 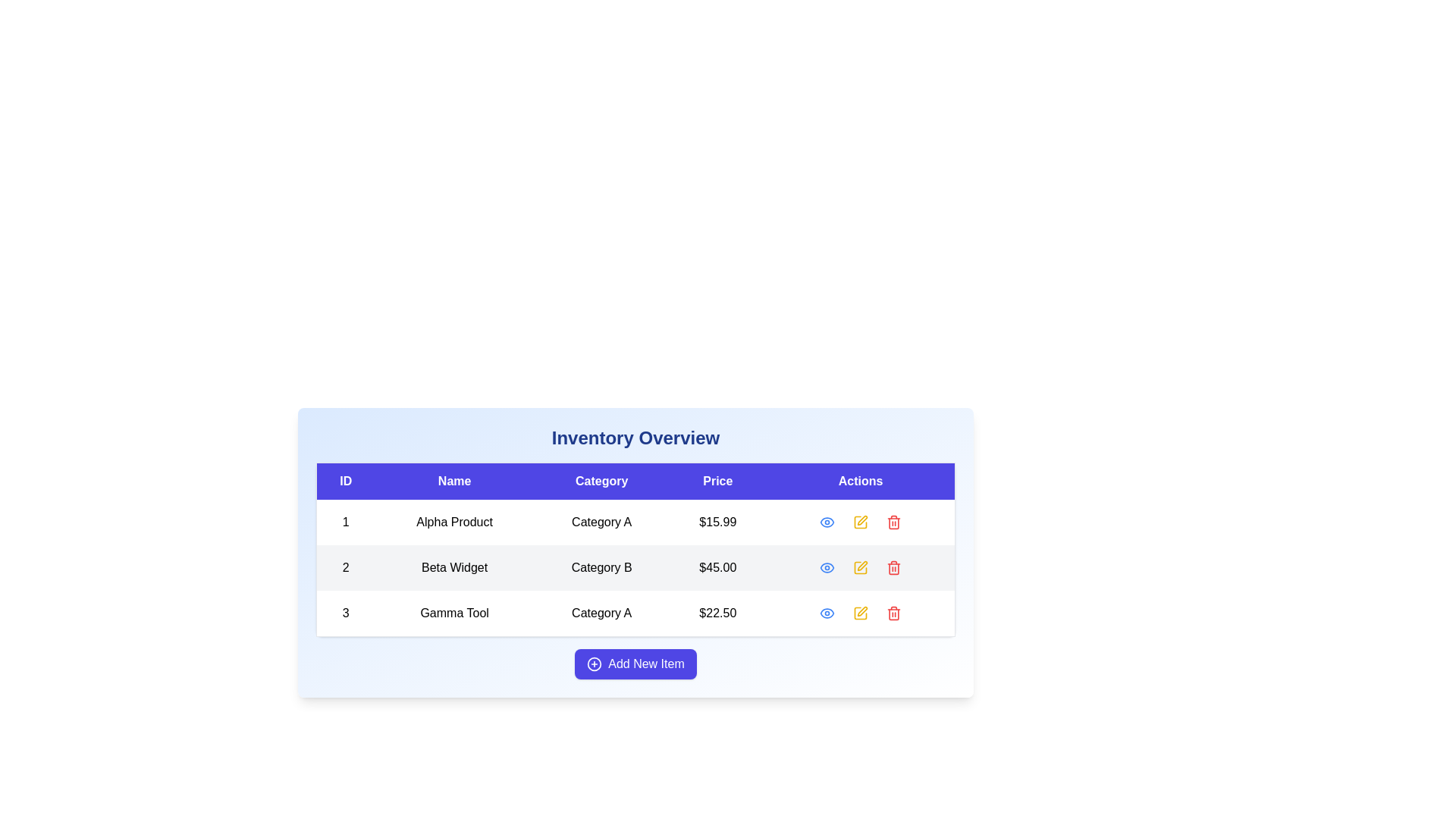 What do you see at coordinates (894, 613) in the screenshot?
I see `the delete button (icon-based) in the 'Actions' column of the table for the third item, 'Gamma Tool', to initiate the delete action` at bounding box center [894, 613].